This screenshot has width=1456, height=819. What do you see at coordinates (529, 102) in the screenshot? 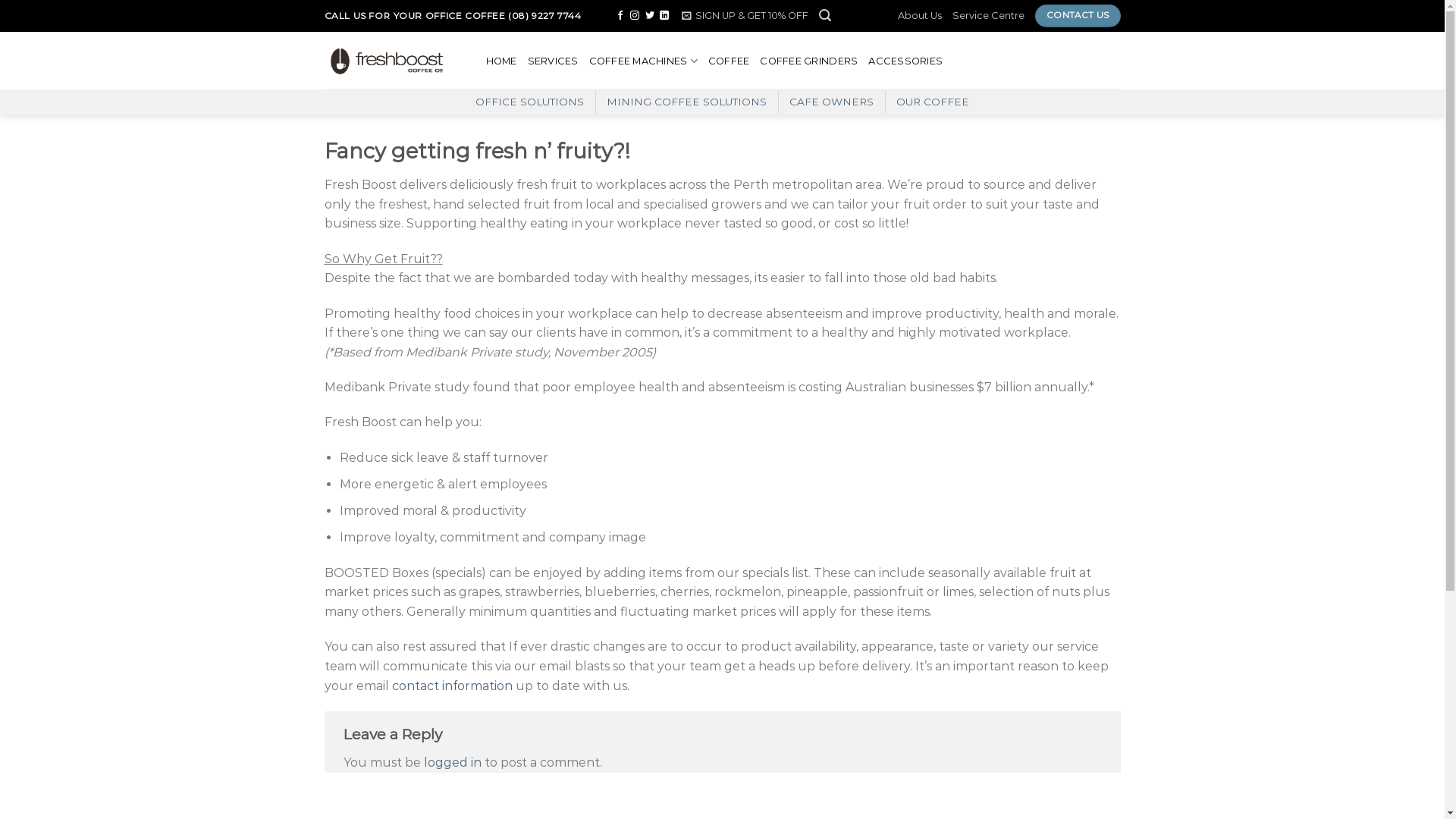
I see `'OFFICE SOLUTIONS'` at bounding box center [529, 102].